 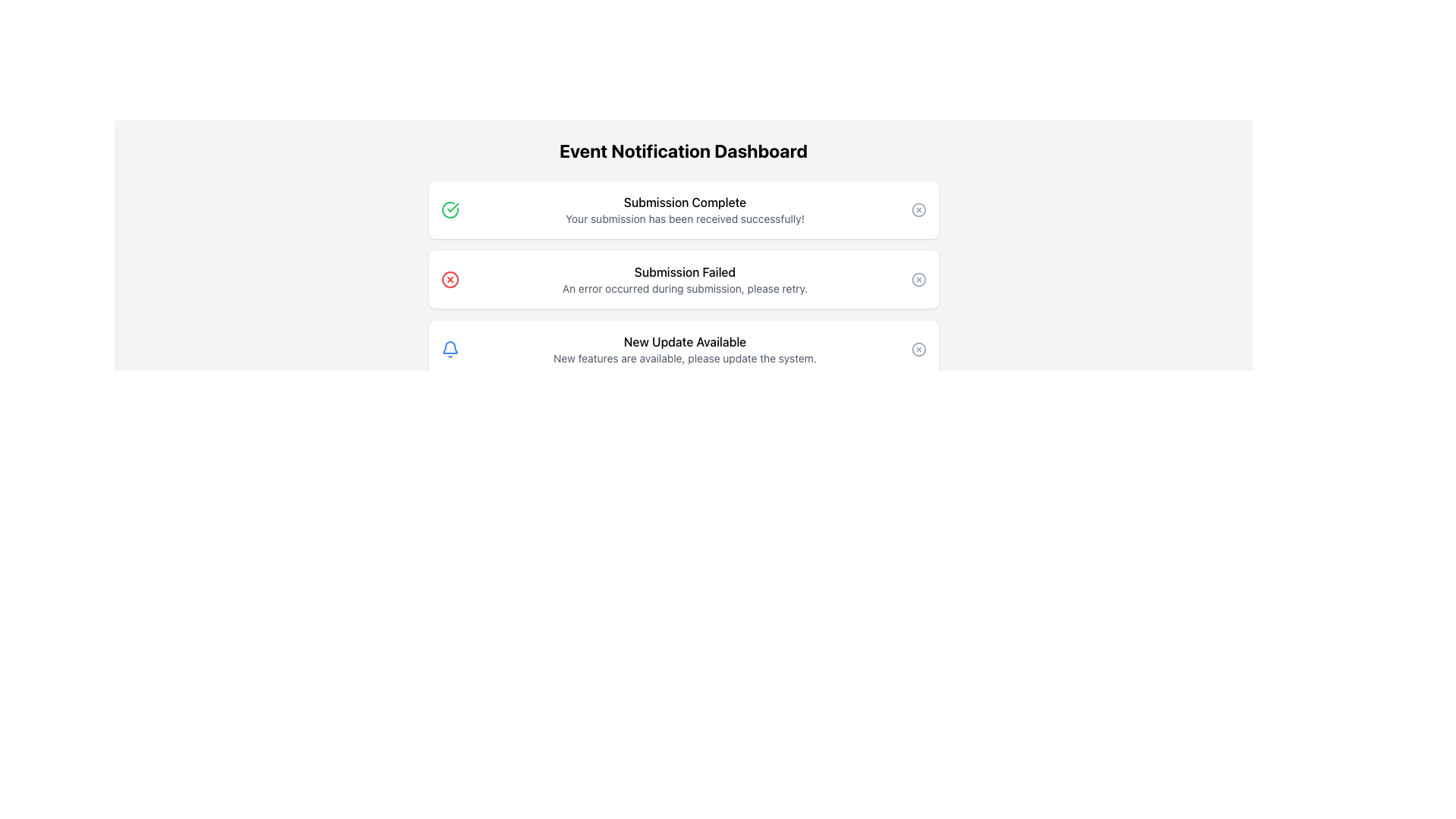 I want to click on the interactive elements within the Notification Card, which is the third item in the list of notification cards, located at the bottom of the stack, so click(x=682, y=350).